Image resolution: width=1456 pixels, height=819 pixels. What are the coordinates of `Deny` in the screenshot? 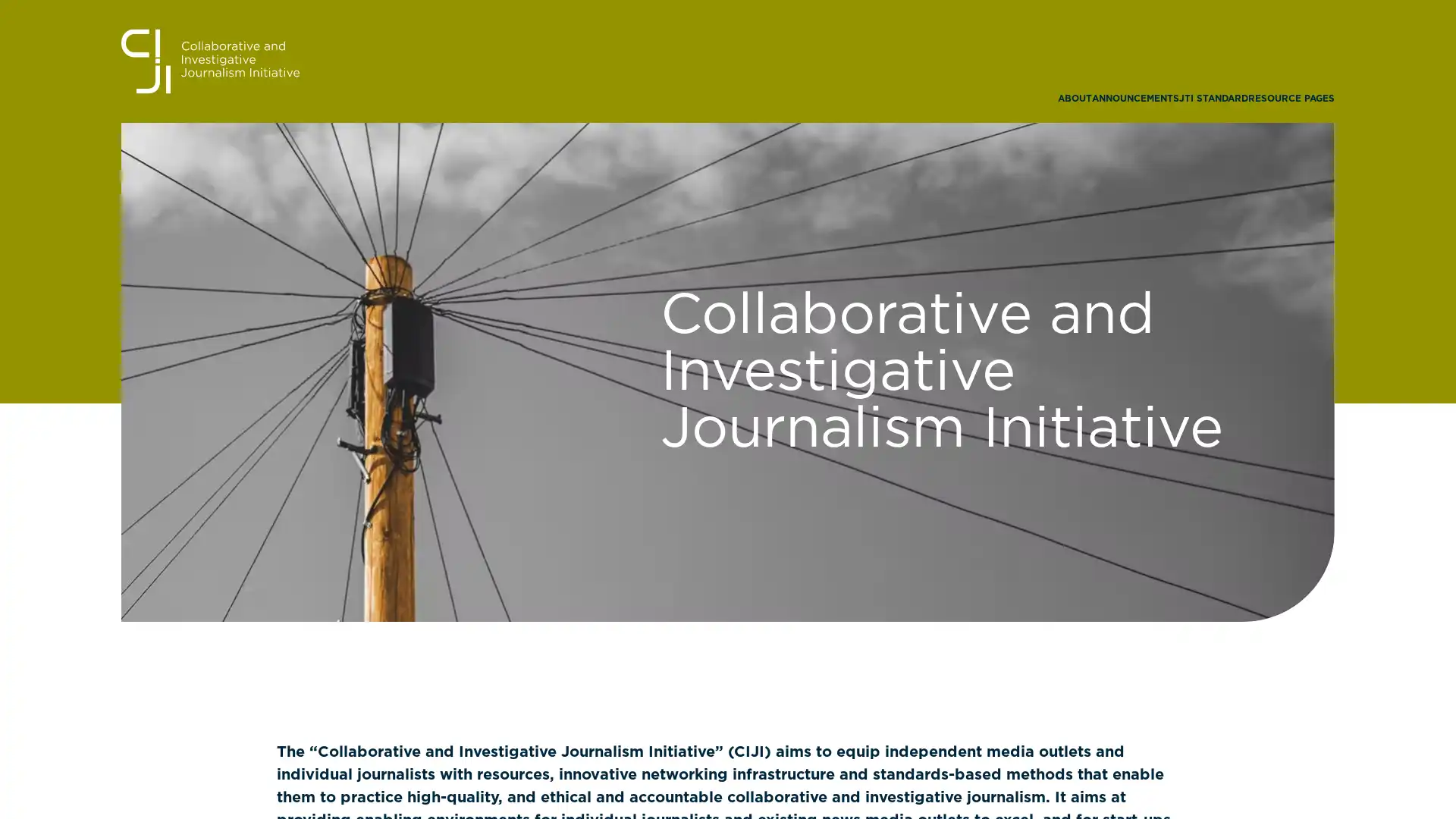 It's located at (726, 514).